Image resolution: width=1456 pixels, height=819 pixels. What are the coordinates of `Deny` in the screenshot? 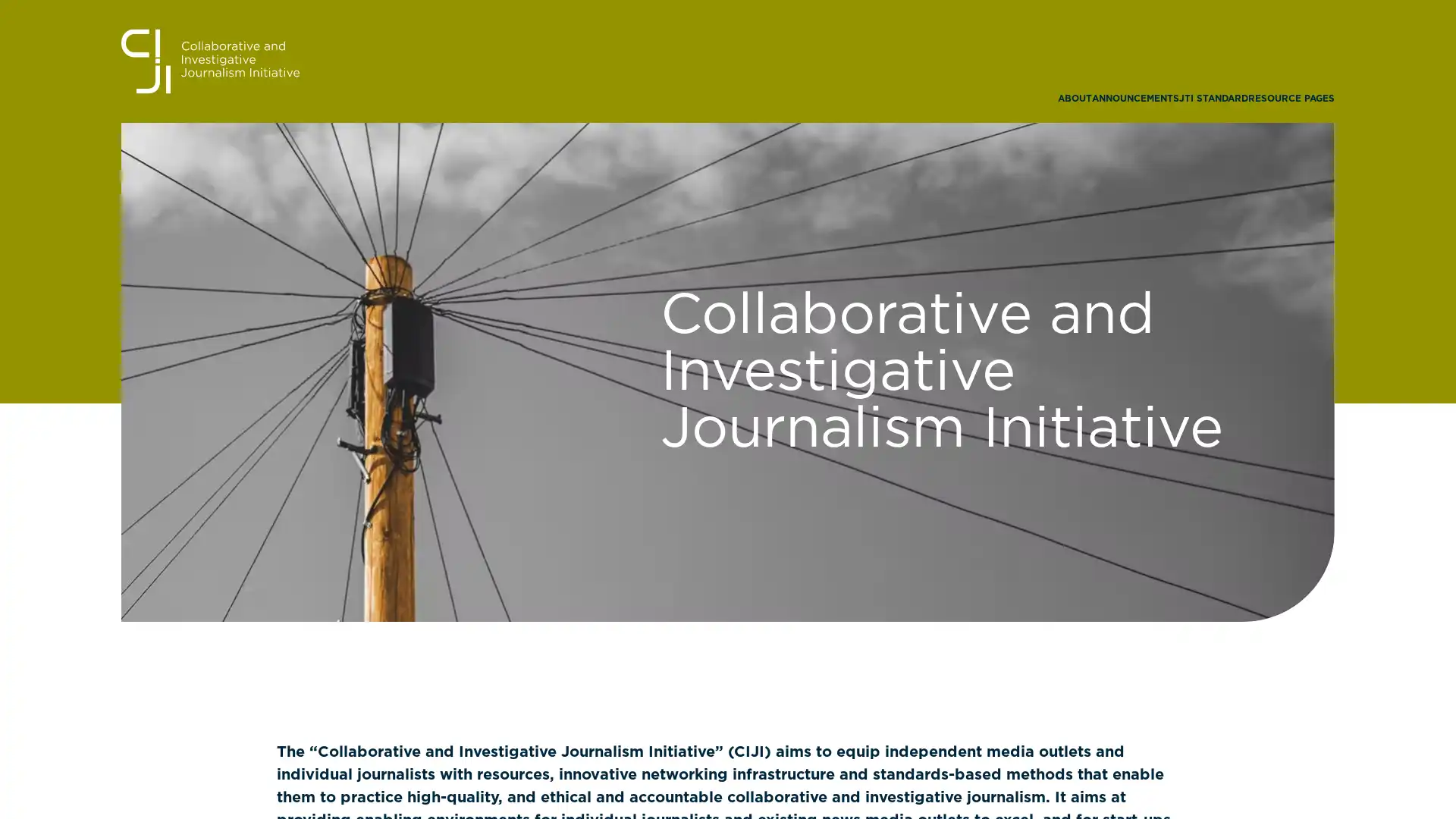 It's located at (726, 514).